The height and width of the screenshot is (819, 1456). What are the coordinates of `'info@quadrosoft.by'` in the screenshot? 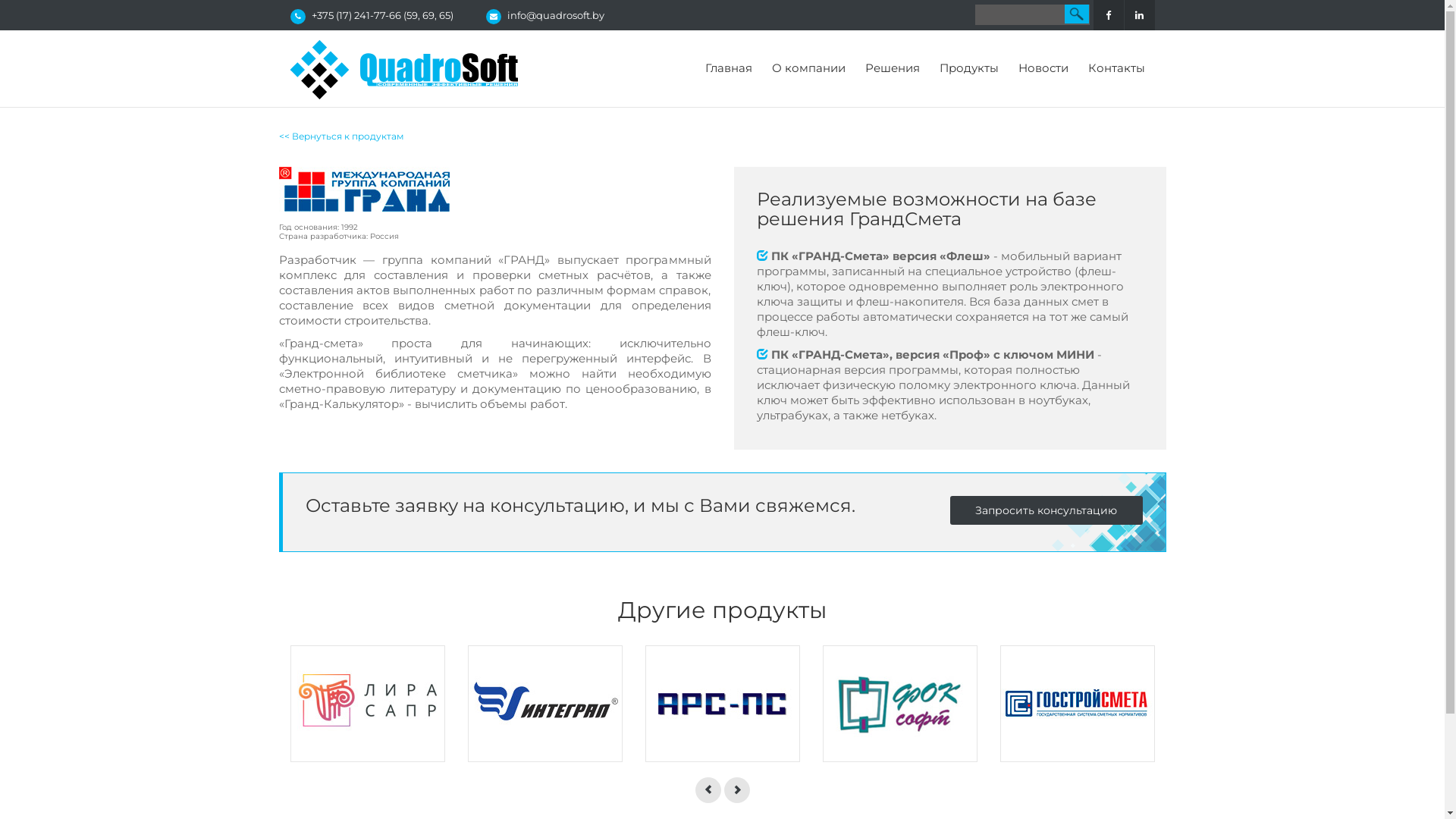 It's located at (554, 14).